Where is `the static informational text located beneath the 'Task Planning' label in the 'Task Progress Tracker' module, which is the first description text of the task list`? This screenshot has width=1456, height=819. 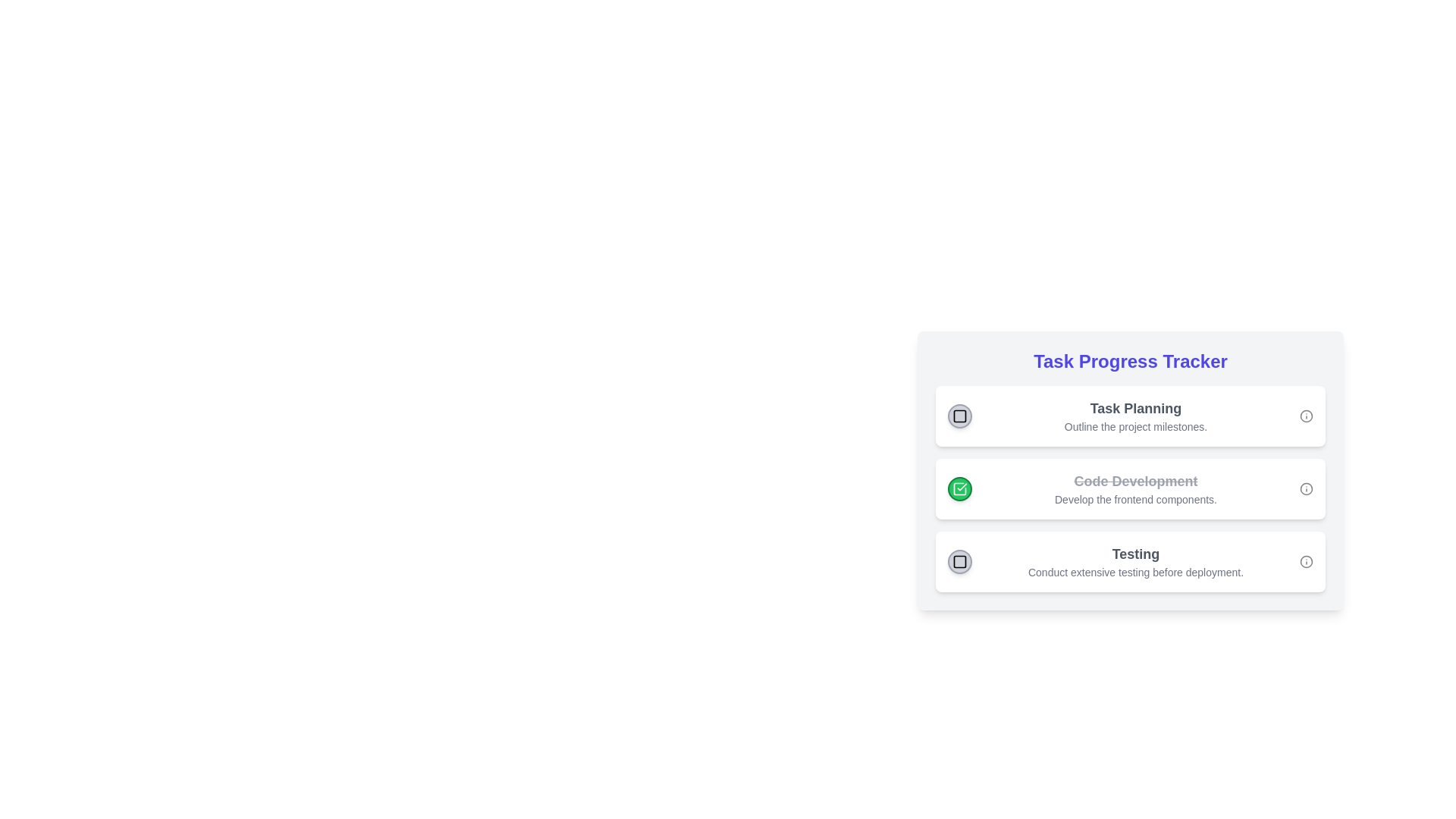
the static informational text located beneath the 'Task Planning' label in the 'Task Progress Tracker' module, which is the first description text of the task list is located at coordinates (1135, 427).